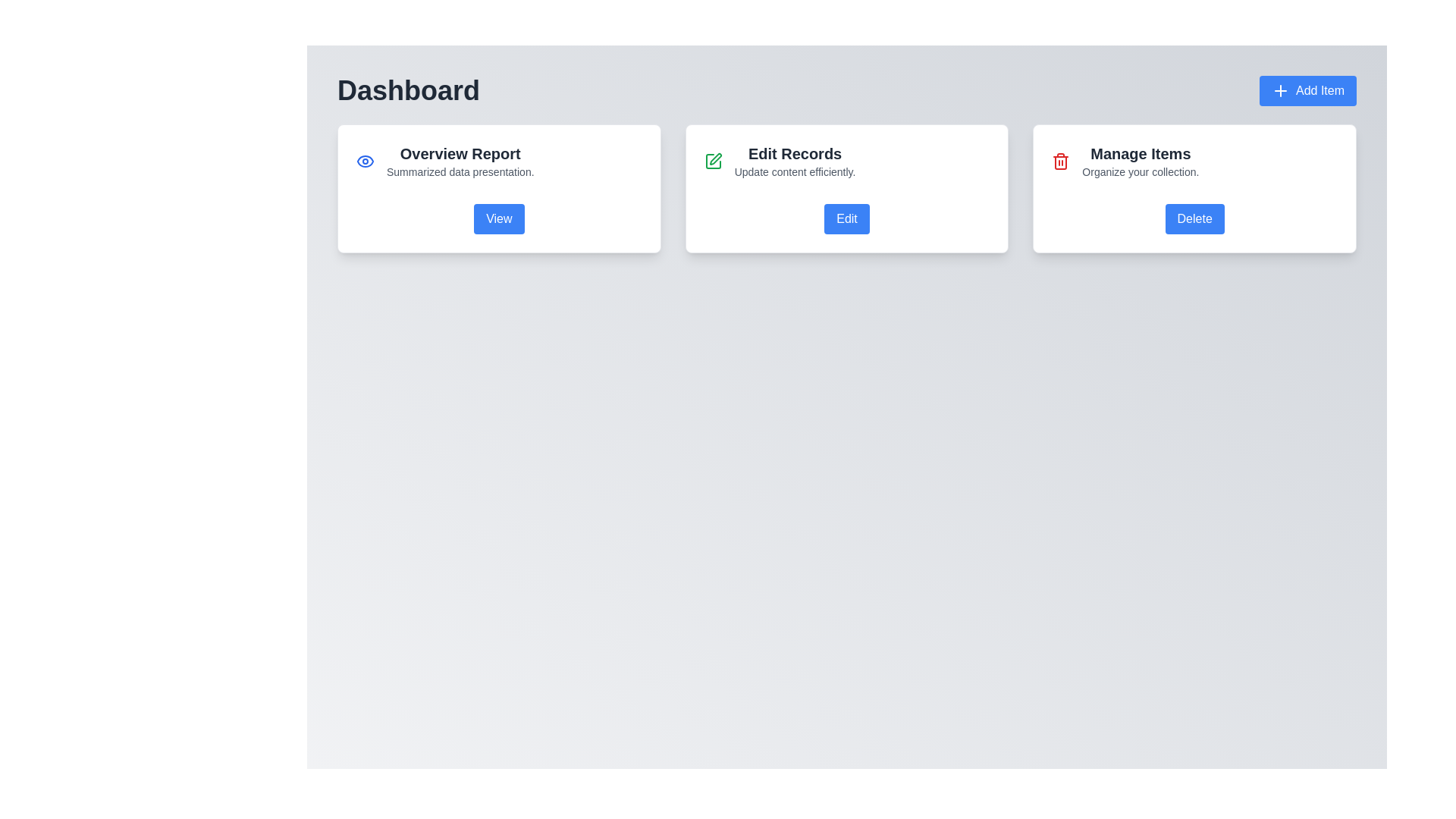 Image resolution: width=1456 pixels, height=819 pixels. I want to click on the pencil icon enclosed within a square frame located at the upper-left corner of the 'Edit Records' card, which signifies the editing functionality, so click(712, 161).